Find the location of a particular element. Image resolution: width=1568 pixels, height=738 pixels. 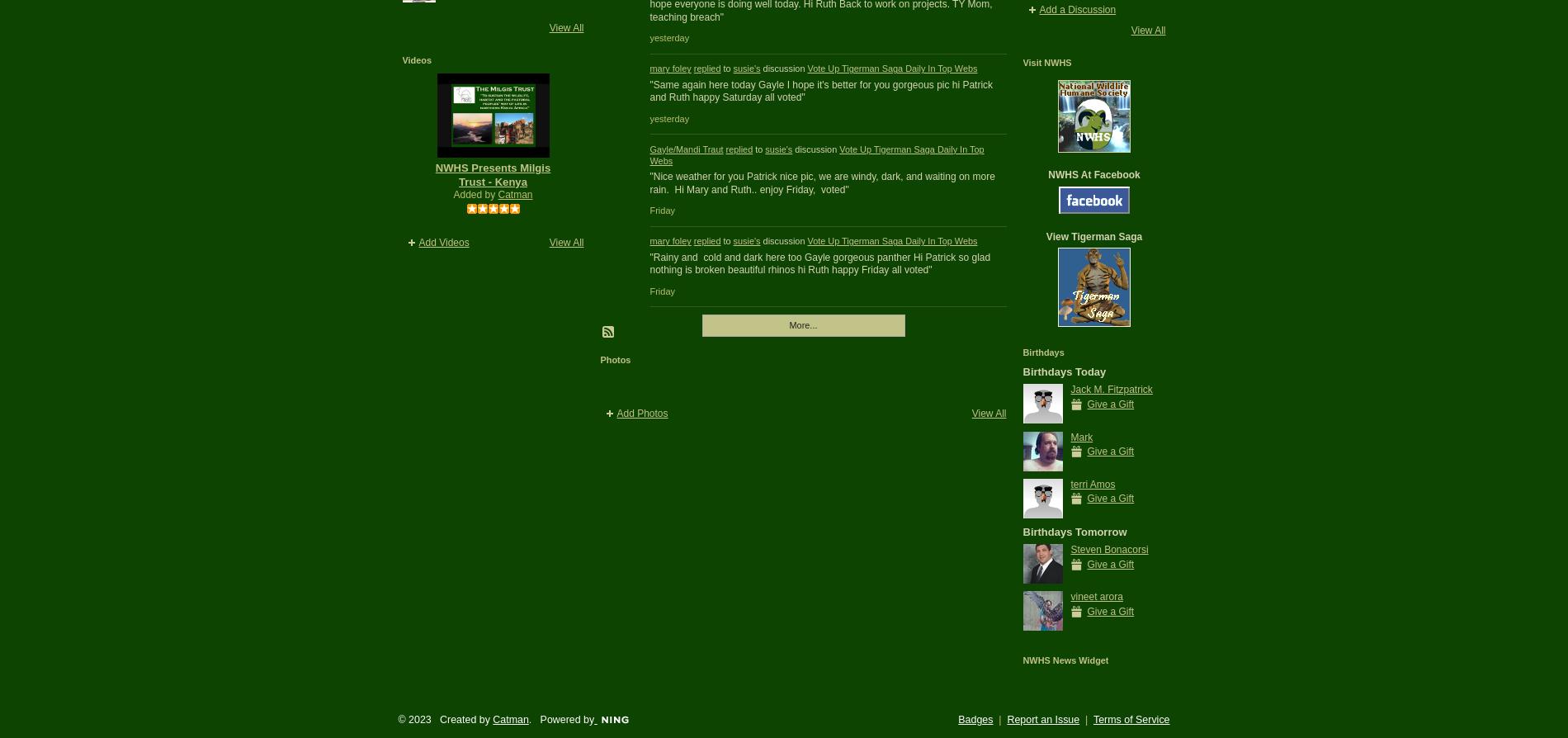

'Gayle/Mandi Traut' is located at coordinates (685, 148).